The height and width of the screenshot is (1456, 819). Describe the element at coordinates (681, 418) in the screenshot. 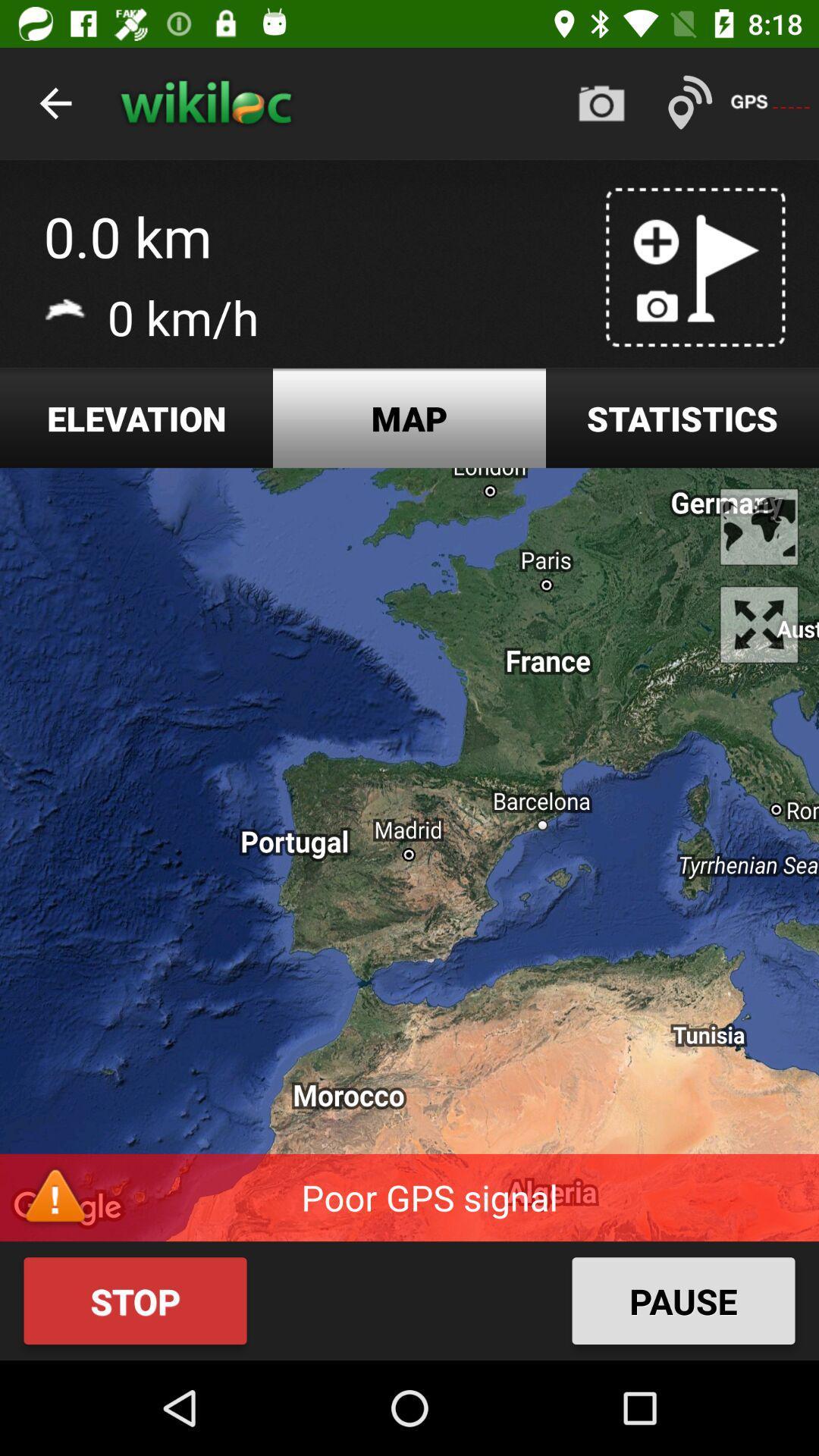

I see `statistics` at that location.